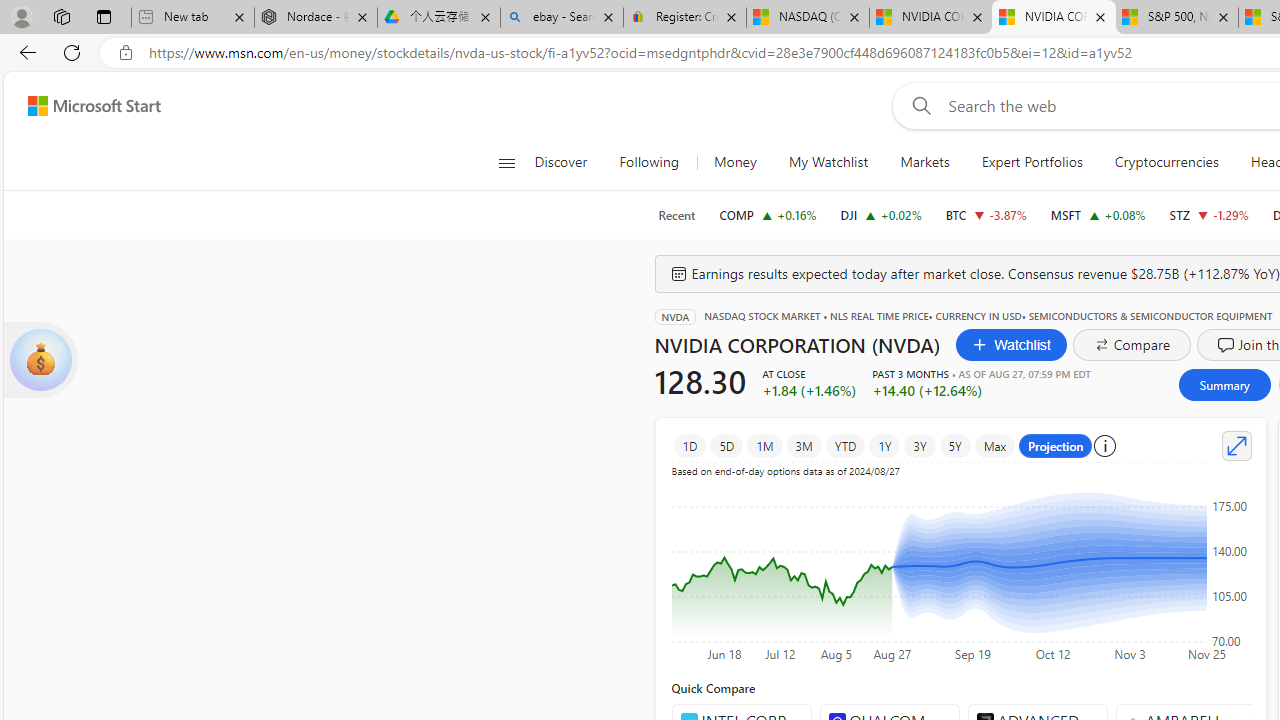 Image resolution: width=1280 pixels, height=720 pixels. I want to click on '1D', so click(689, 445).